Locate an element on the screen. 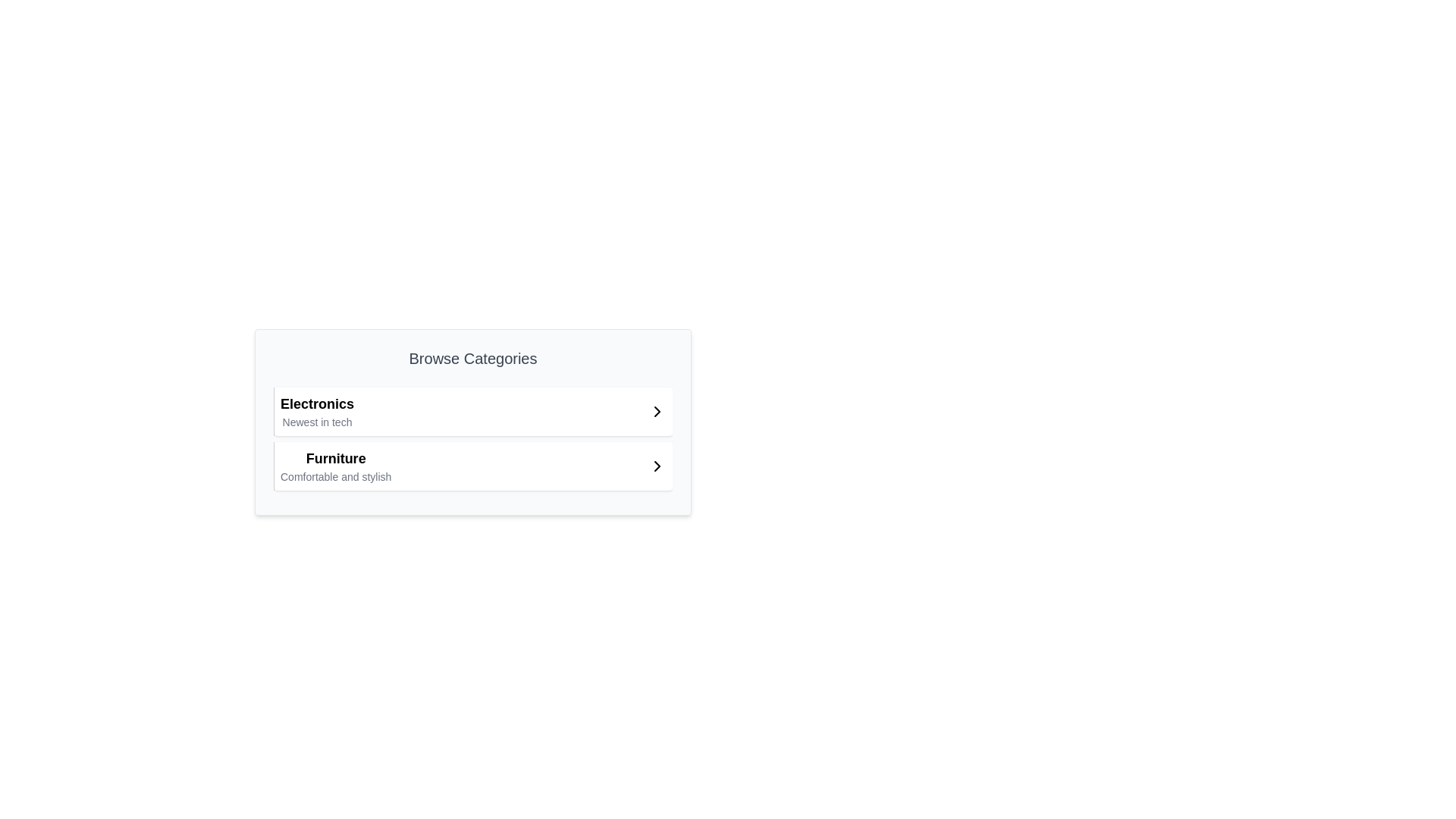  the text label that reads 'Newest in tech', which is positioned below the bold 'Electronics' title in light gray color is located at coordinates (316, 422).